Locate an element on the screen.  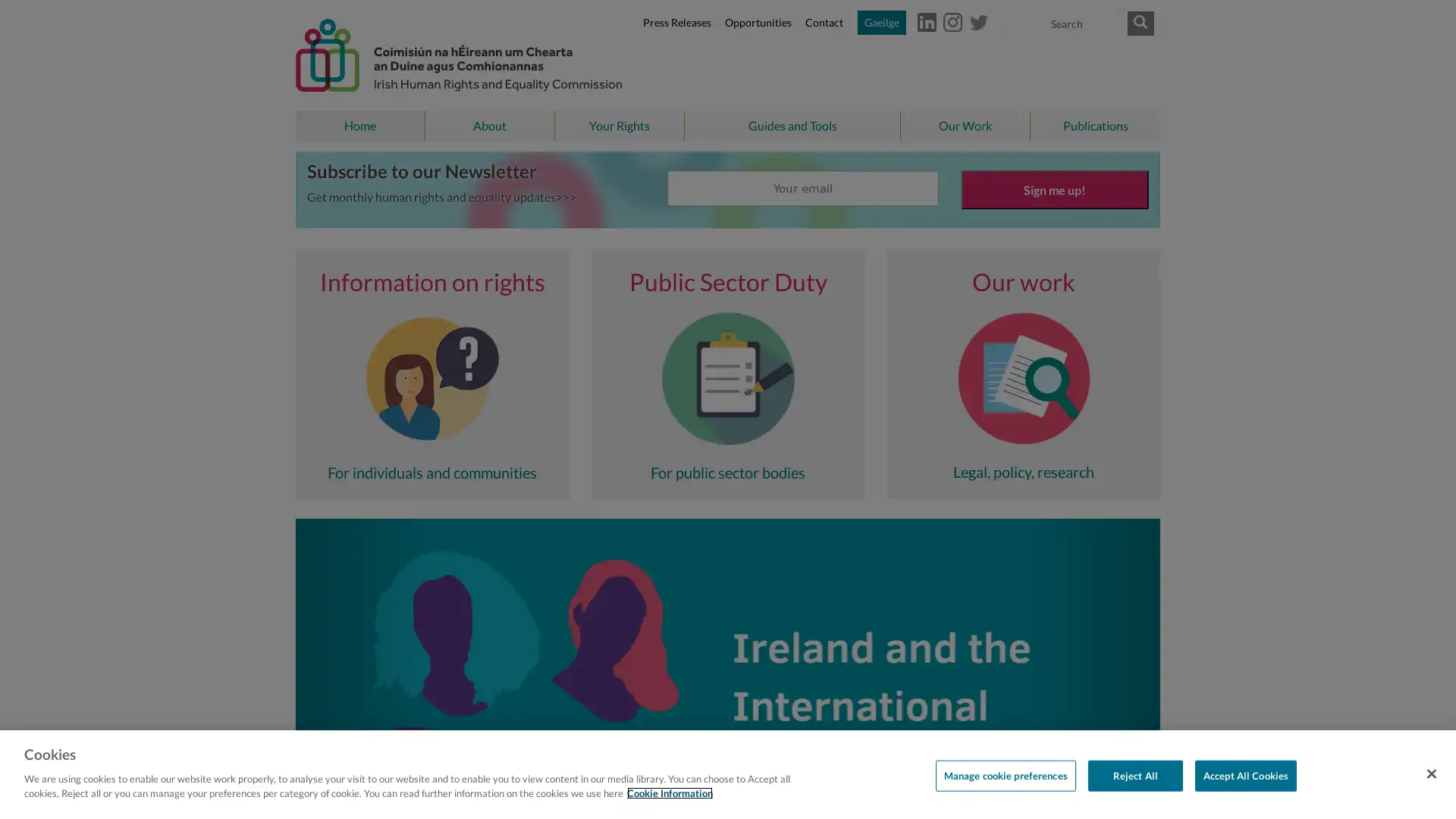
Accept All Cookies is located at coordinates (1245, 775).